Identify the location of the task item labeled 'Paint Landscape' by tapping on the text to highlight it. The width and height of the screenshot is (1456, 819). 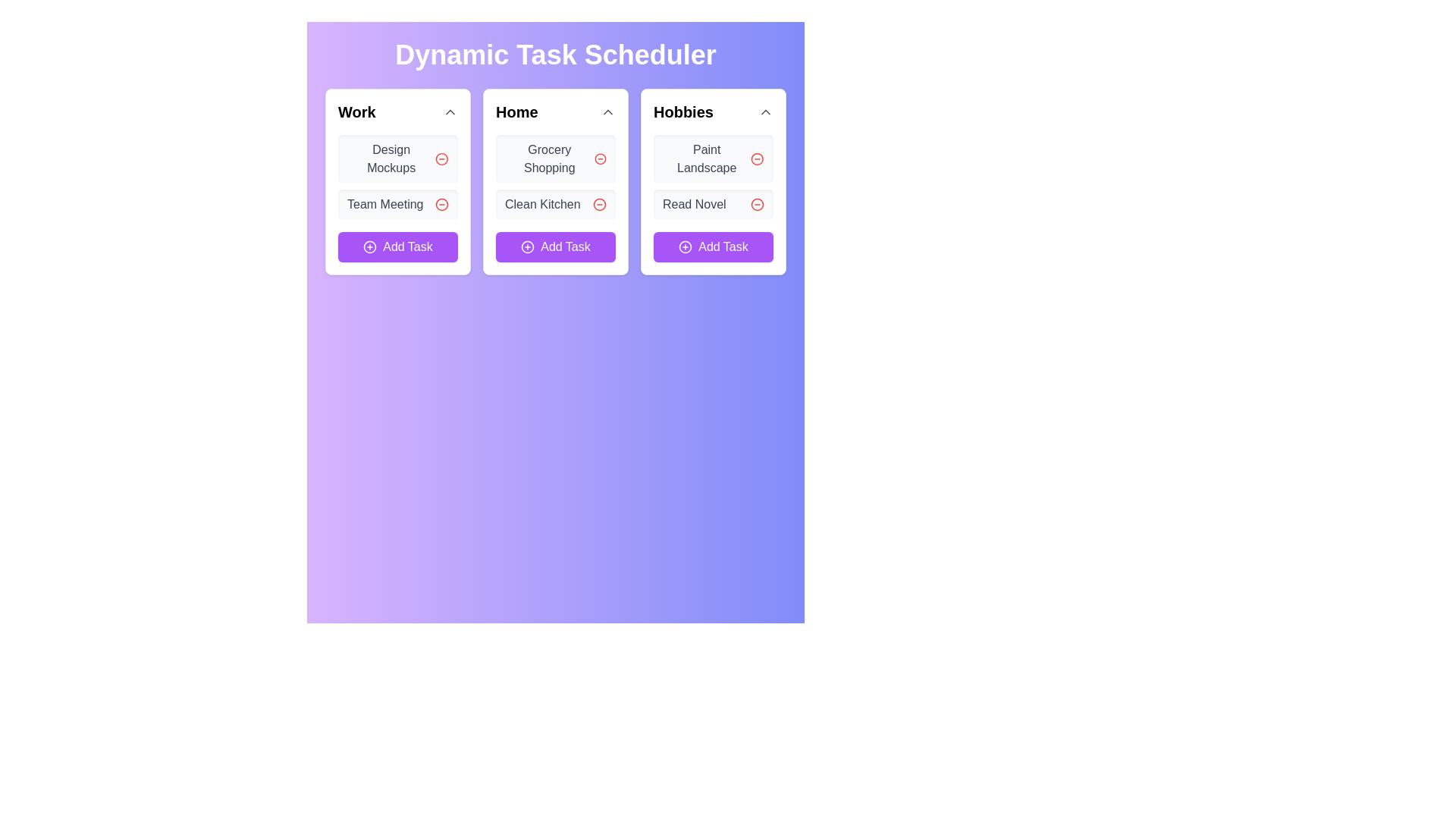
(712, 158).